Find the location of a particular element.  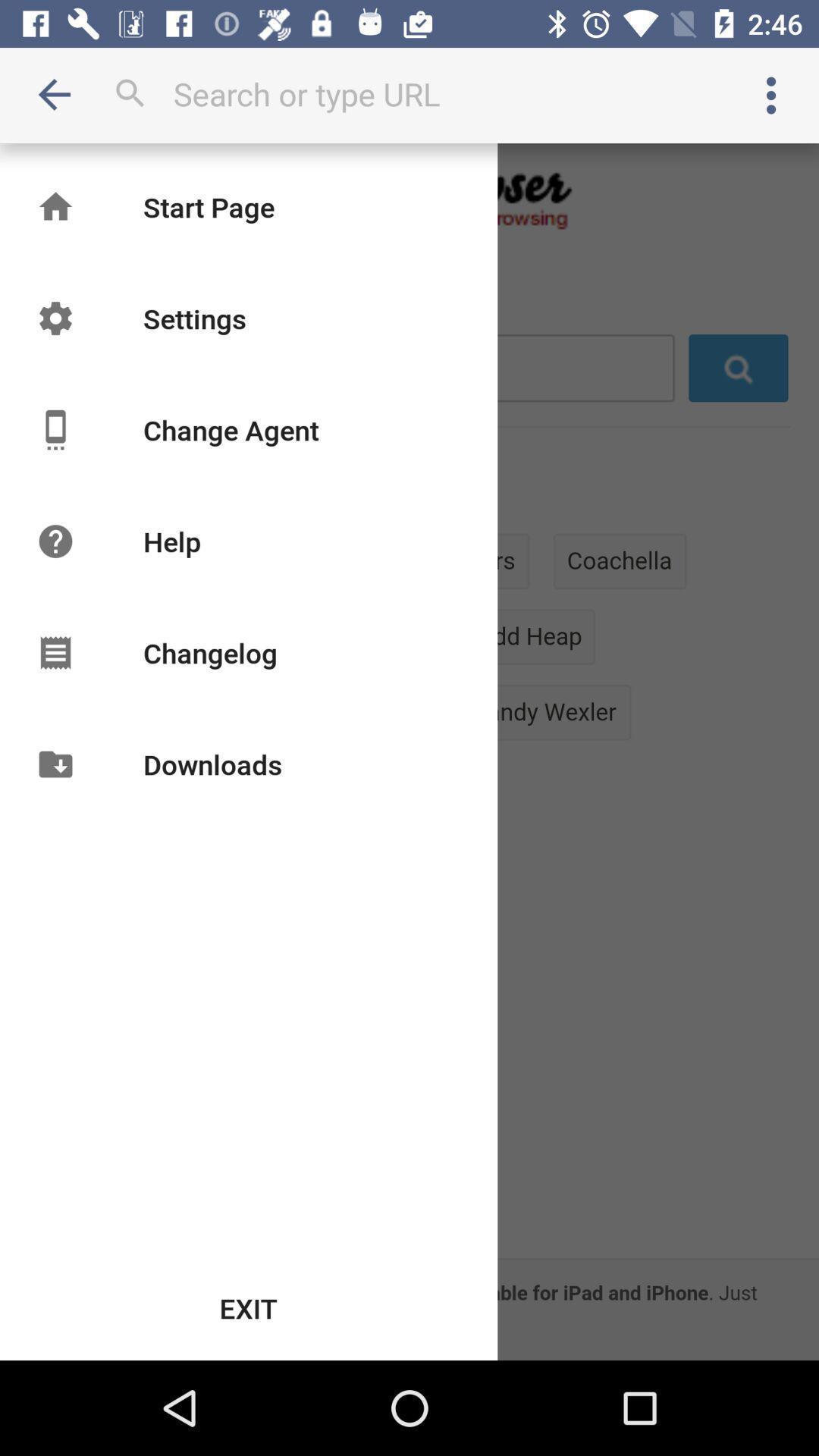

start page is located at coordinates (209, 206).